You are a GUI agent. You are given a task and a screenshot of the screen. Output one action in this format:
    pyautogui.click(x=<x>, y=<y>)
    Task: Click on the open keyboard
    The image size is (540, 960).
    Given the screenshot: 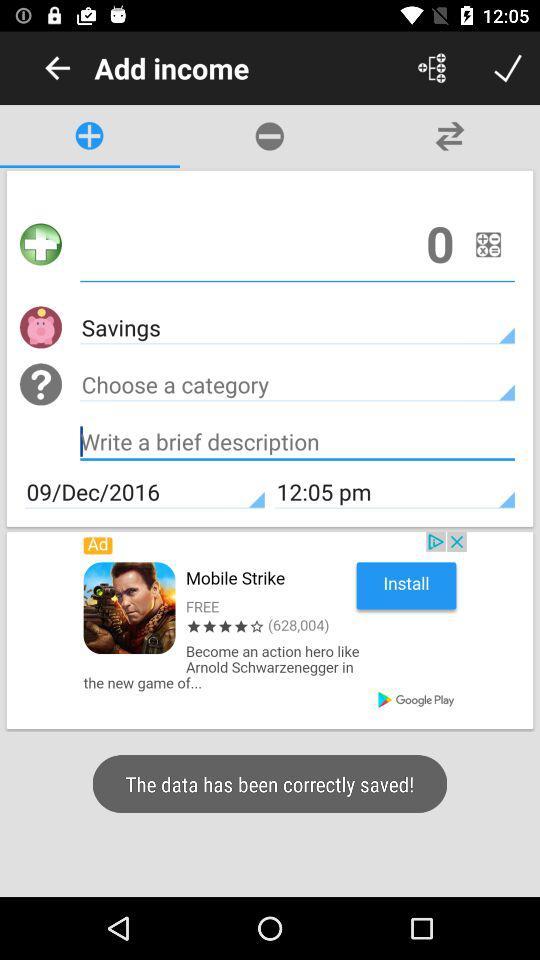 What is the action you would take?
    pyautogui.click(x=296, y=444)
    